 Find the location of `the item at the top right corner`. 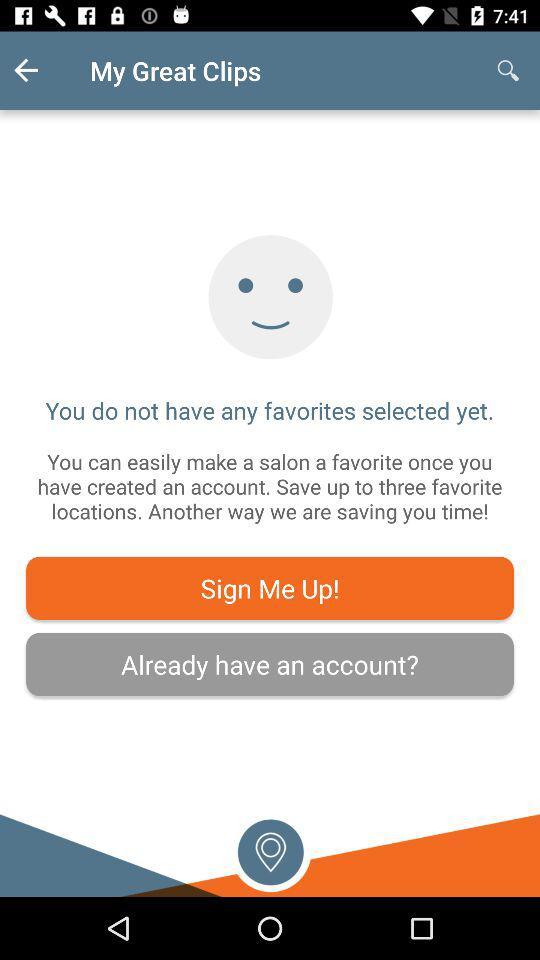

the item at the top right corner is located at coordinates (508, 70).